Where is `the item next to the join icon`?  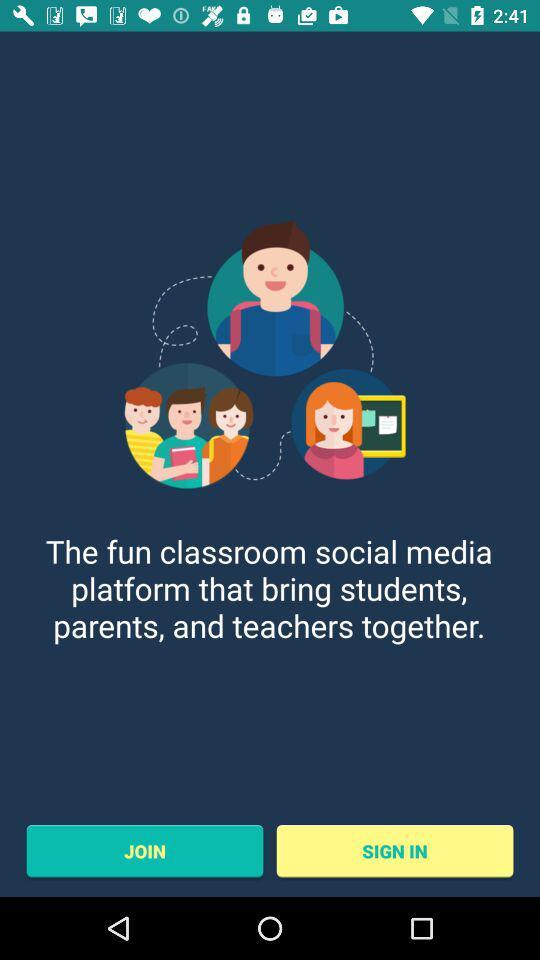
the item next to the join icon is located at coordinates (395, 850).